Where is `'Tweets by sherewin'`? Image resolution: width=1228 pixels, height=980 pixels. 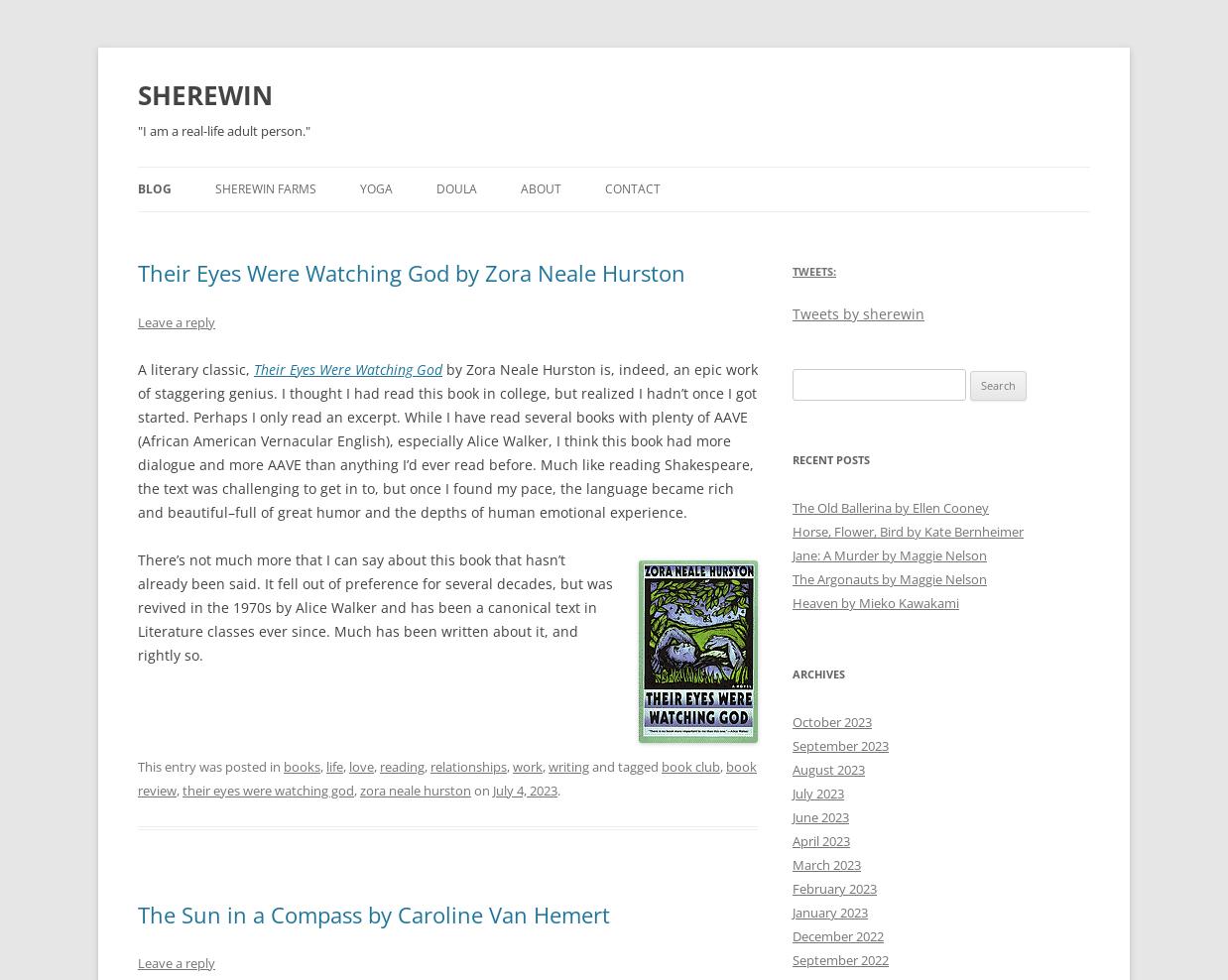 'Tweets by sherewin' is located at coordinates (793, 313).